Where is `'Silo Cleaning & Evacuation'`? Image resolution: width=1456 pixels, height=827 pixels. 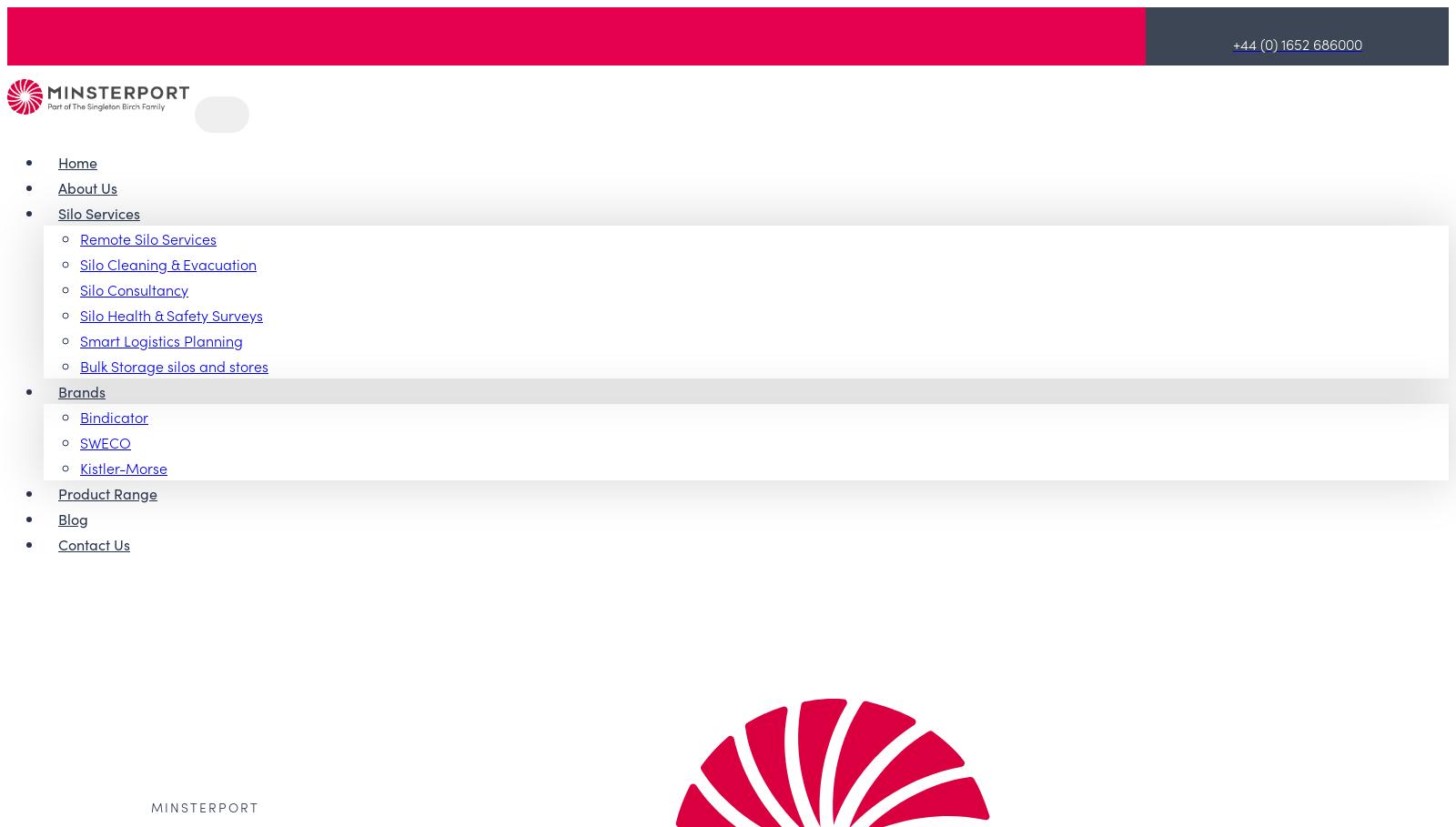 'Silo Cleaning & Evacuation' is located at coordinates (167, 261).